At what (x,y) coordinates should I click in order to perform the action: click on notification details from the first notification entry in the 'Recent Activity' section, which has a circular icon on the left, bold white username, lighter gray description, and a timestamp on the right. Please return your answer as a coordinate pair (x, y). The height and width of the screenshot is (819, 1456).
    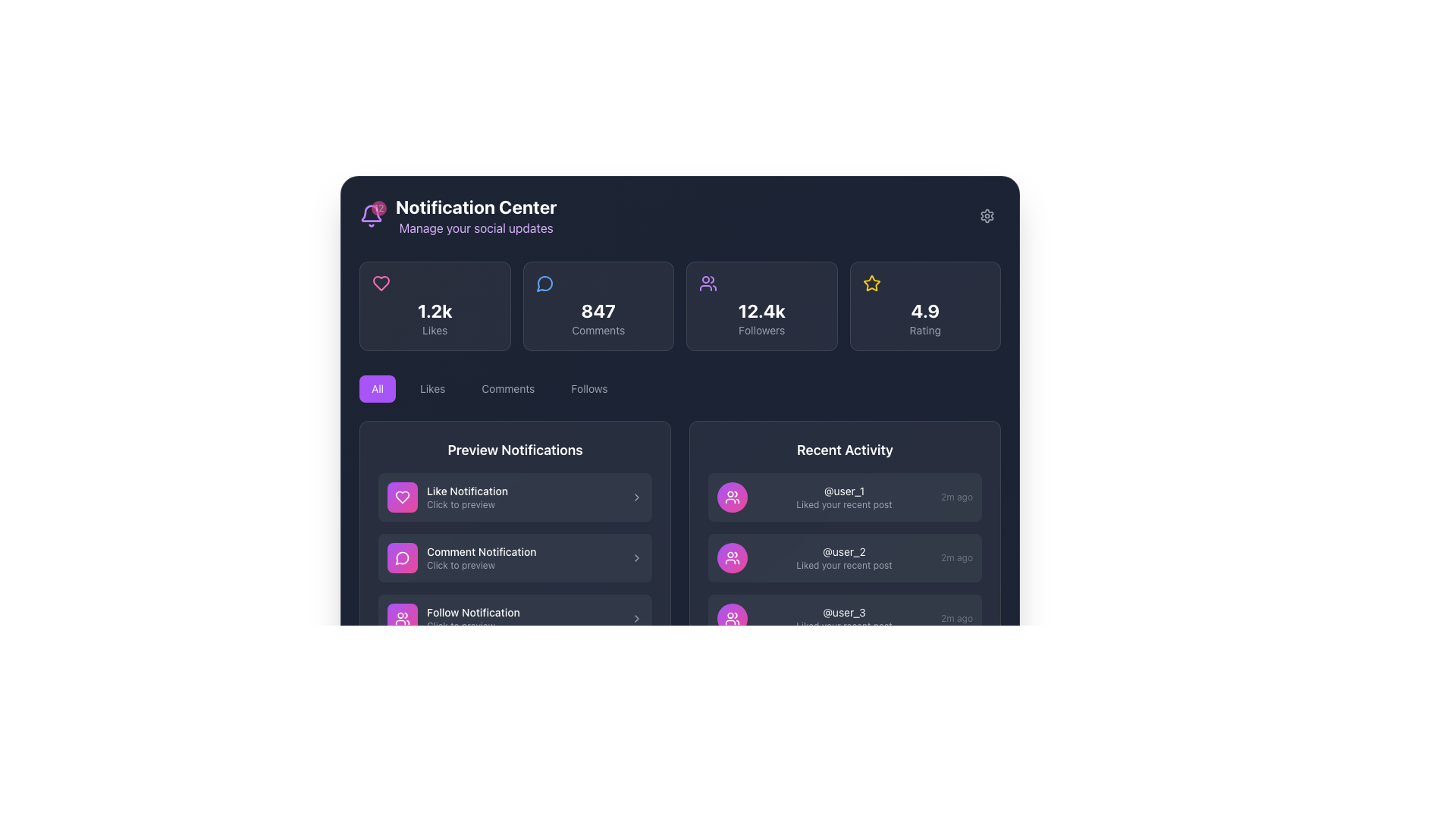
    Looking at the image, I should click on (844, 497).